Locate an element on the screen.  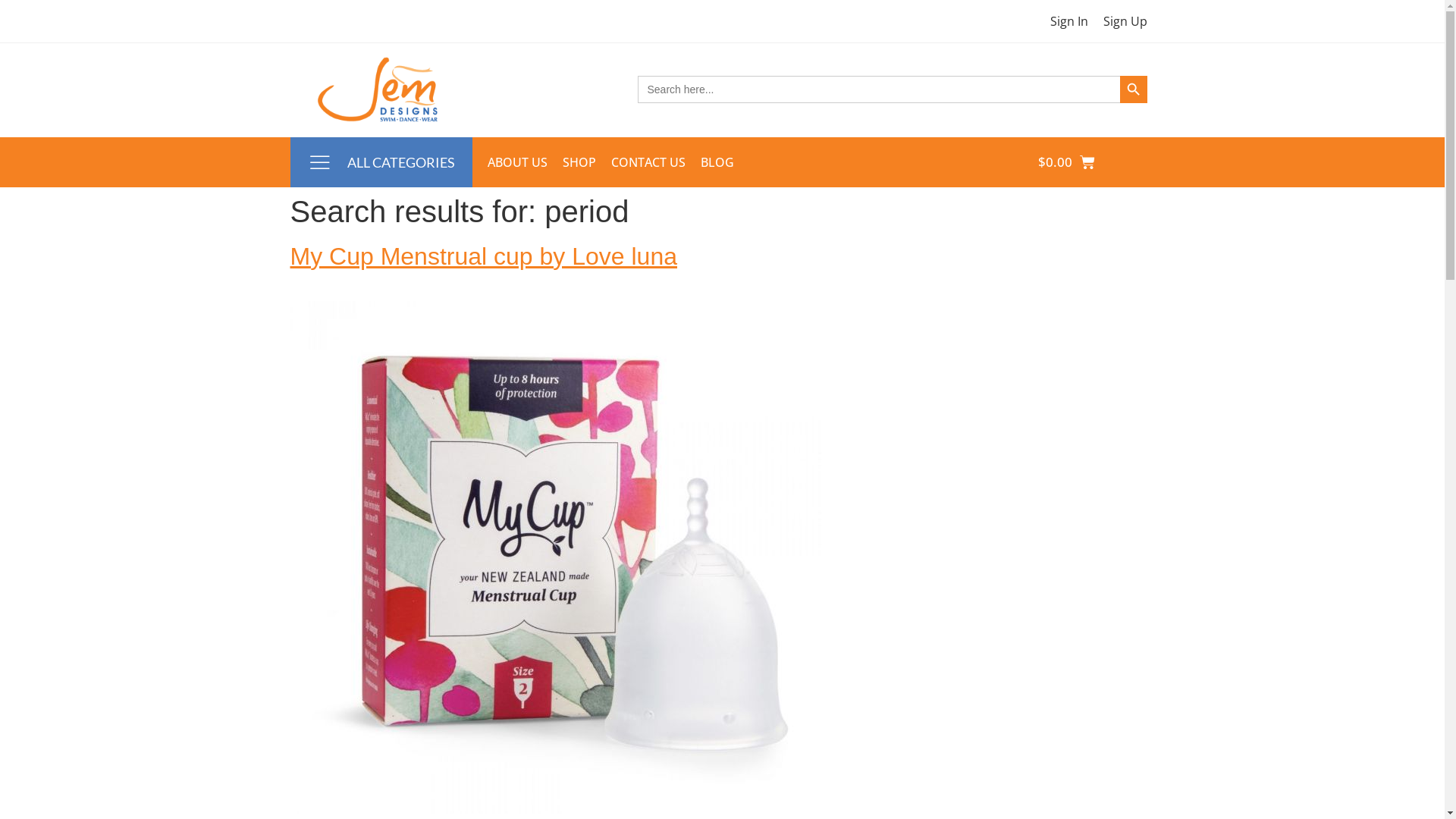
'ALL CATEGORIES' is located at coordinates (400, 162).